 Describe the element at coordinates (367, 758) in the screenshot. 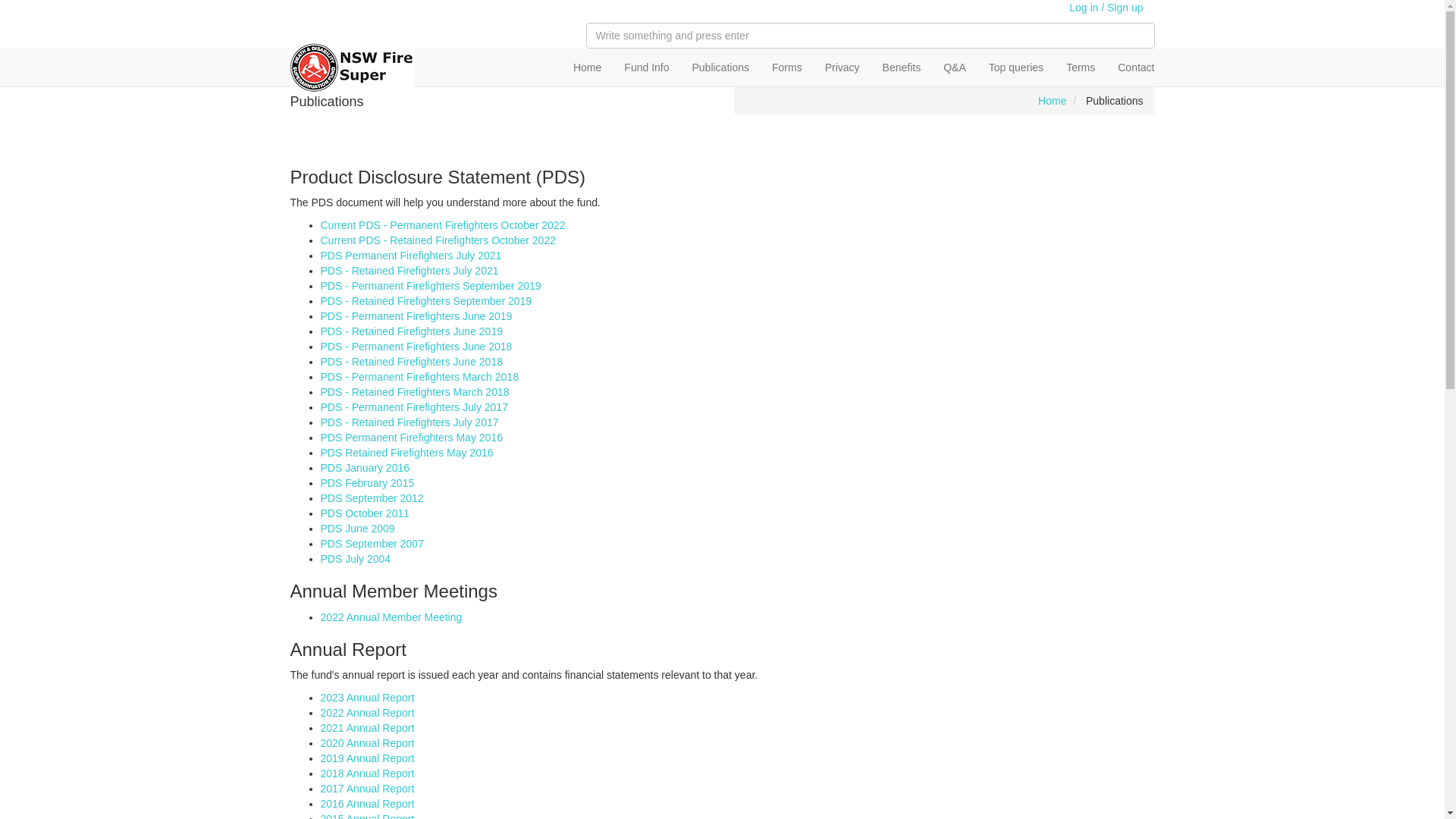

I see `'2019 Annual Report'` at that location.